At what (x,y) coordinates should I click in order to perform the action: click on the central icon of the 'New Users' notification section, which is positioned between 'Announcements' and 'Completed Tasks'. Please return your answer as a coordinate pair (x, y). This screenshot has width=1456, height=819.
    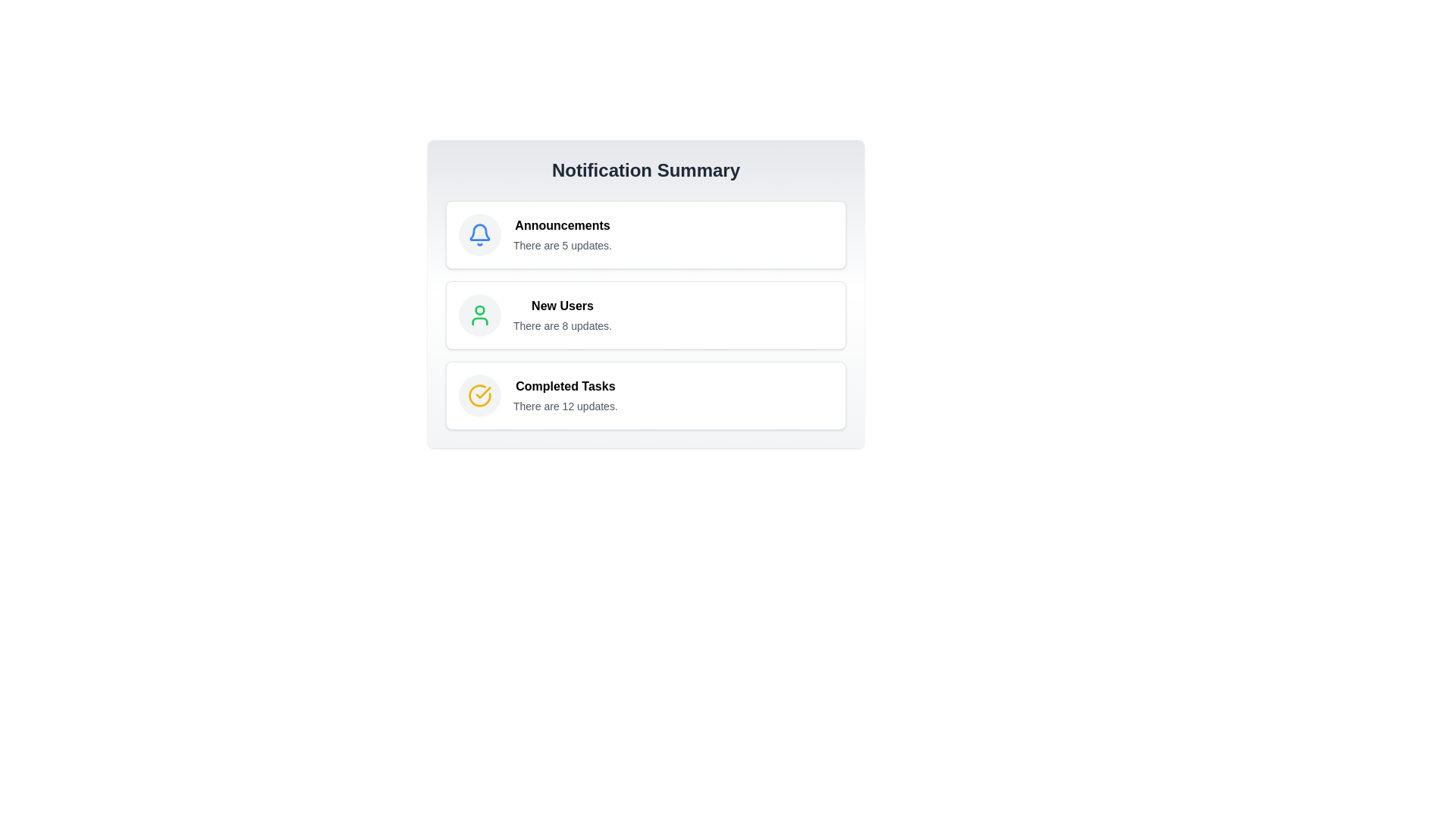
    Looking at the image, I should click on (479, 315).